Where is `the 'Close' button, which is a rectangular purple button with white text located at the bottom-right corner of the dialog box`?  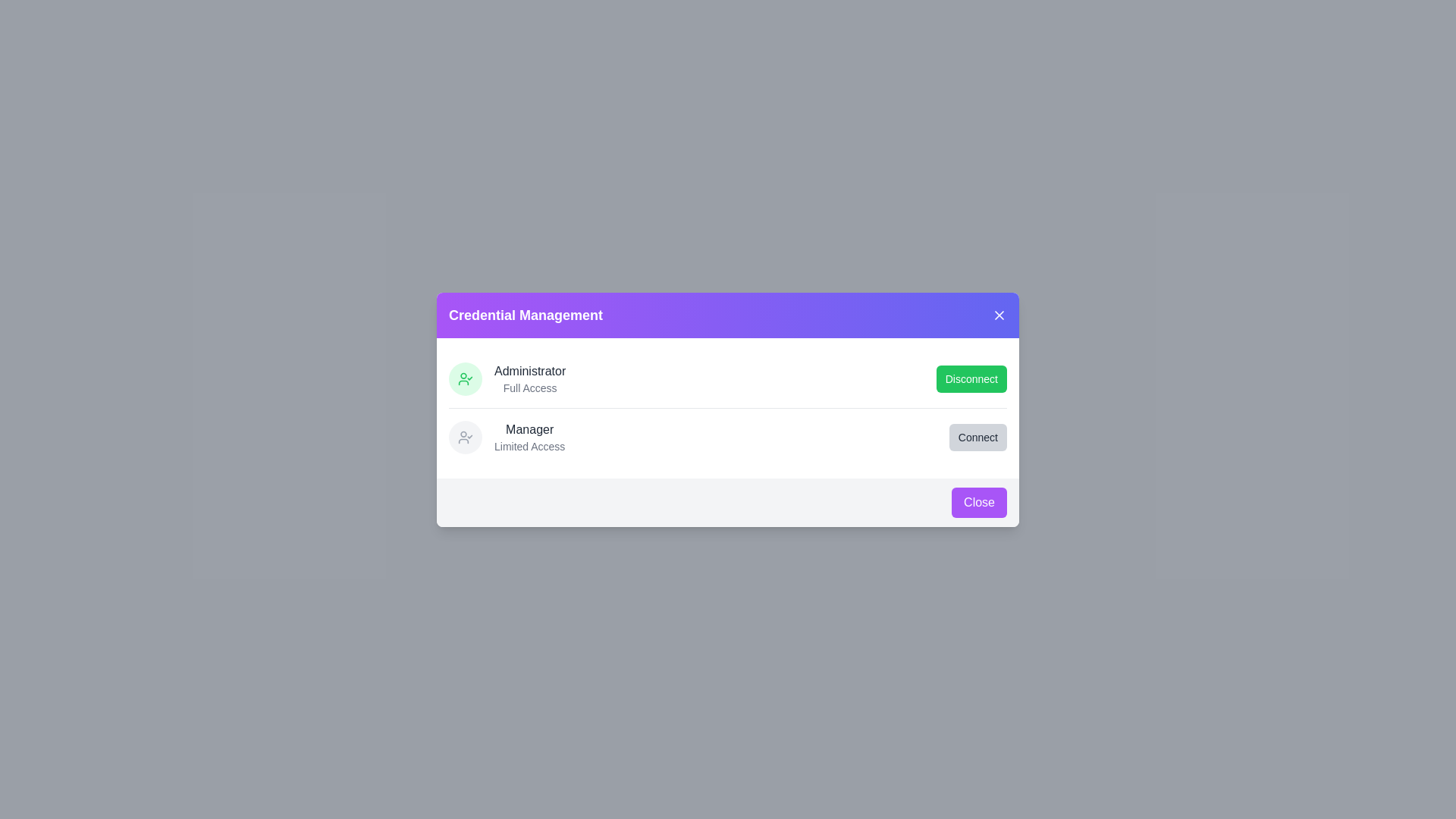
the 'Close' button, which is a rectangular purple button with white text located at the bottom-right corner of the dialog box is located at coordinates (979, 502).